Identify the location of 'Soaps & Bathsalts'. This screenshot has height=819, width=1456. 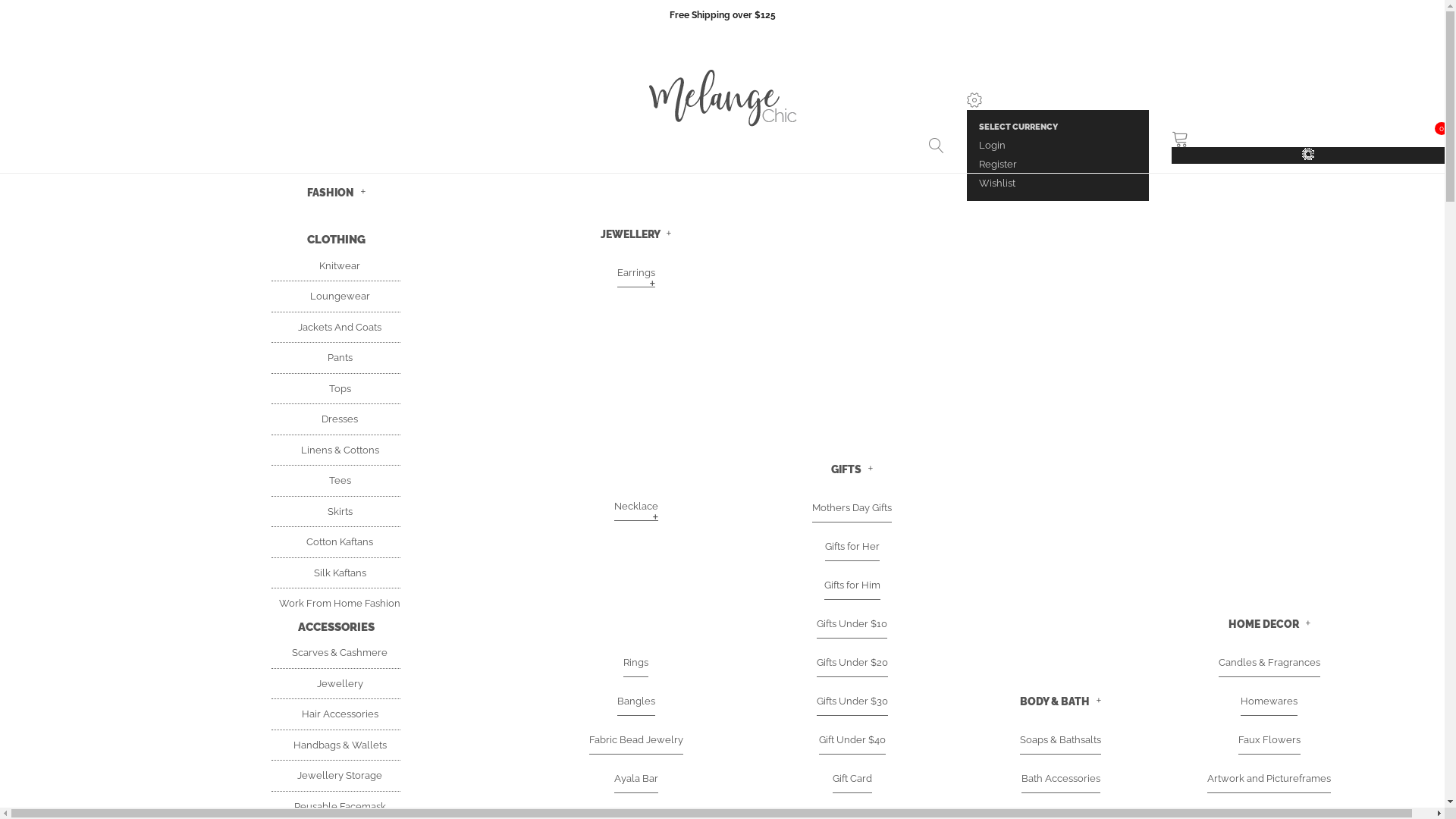
(1019, 739).